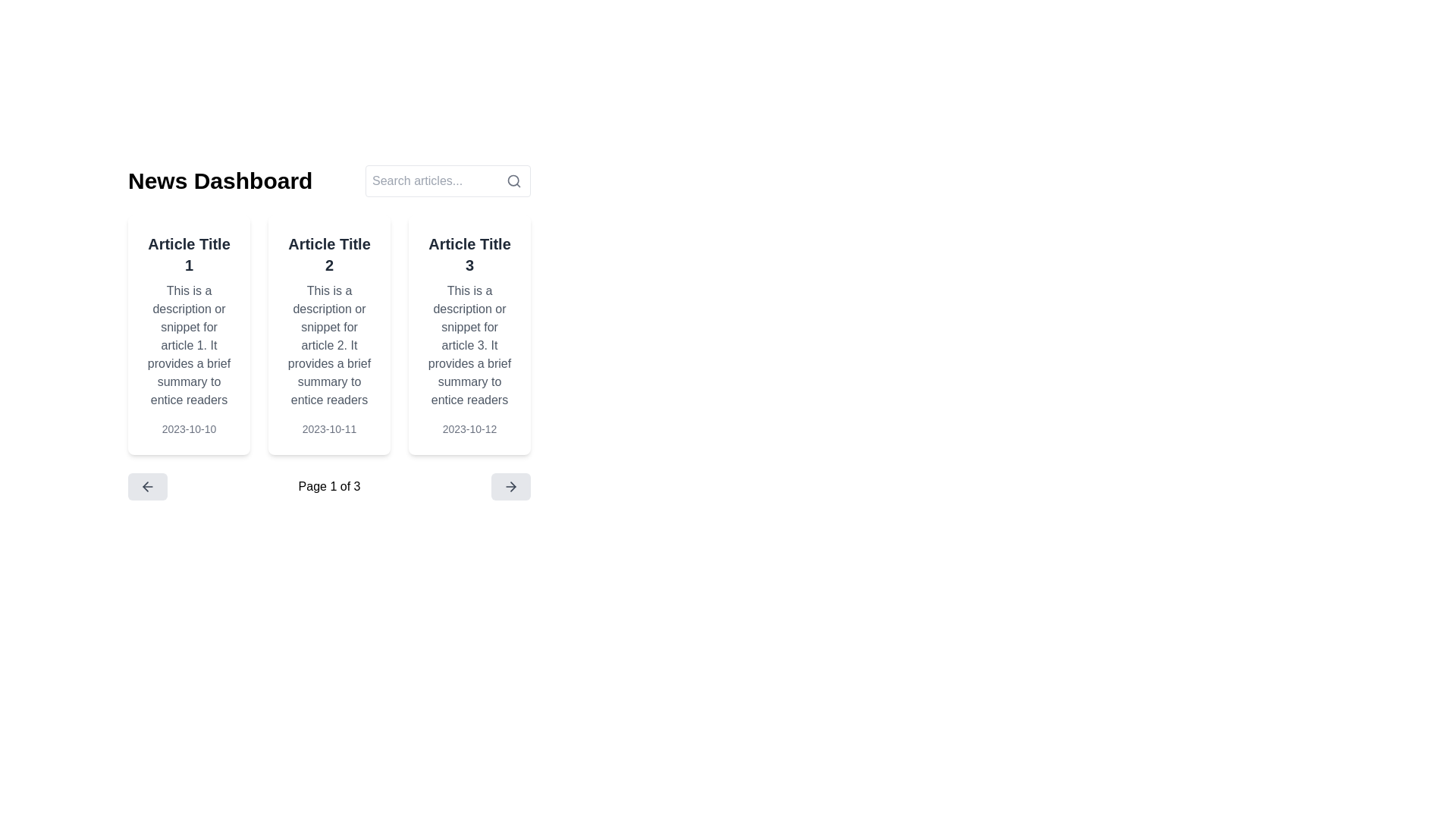 This screenshot has height=819, width=1456. What do you see at coordinates (469, 429) in the screenshot?
I see `publication date text displayed at the bottom of the third card in the News Dashboard section, located below the description text` at bounding box center [469, 429].